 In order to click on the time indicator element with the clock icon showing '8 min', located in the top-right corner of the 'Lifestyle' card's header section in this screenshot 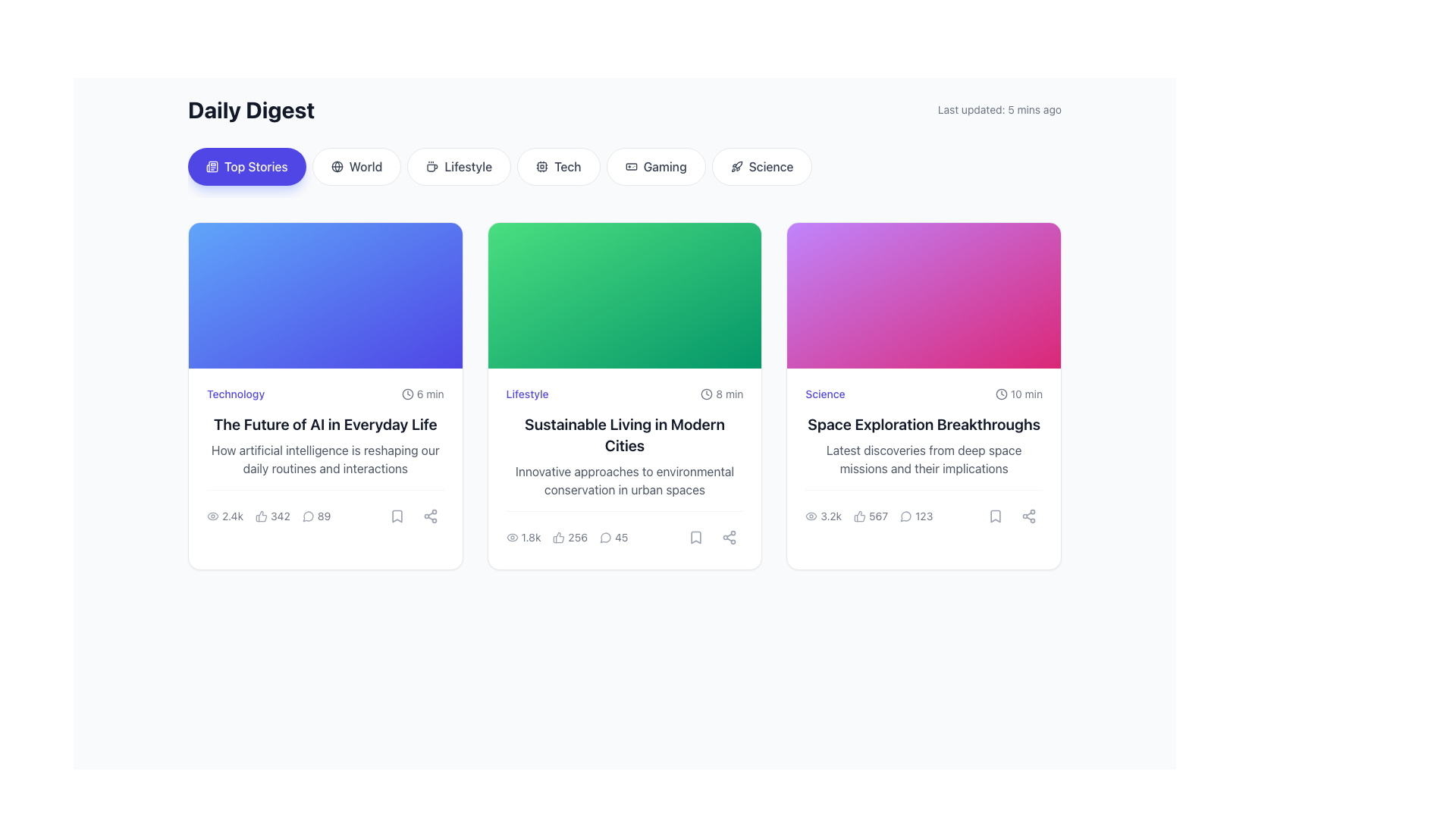, I will do `click(721, 394)`.